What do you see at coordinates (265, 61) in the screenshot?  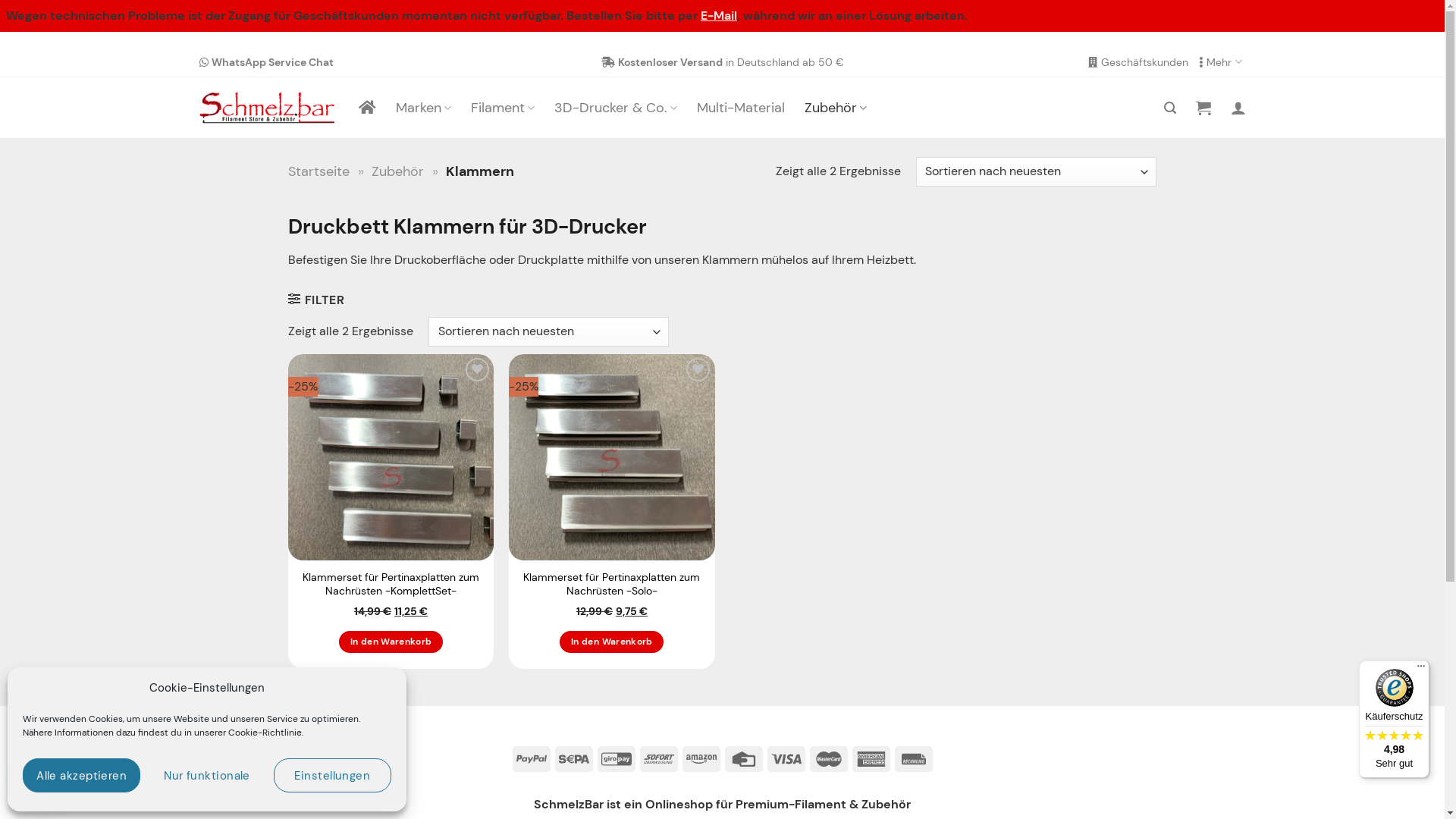 I see `' WhatsApp Service Chat'` at bounding box center [265, 61].